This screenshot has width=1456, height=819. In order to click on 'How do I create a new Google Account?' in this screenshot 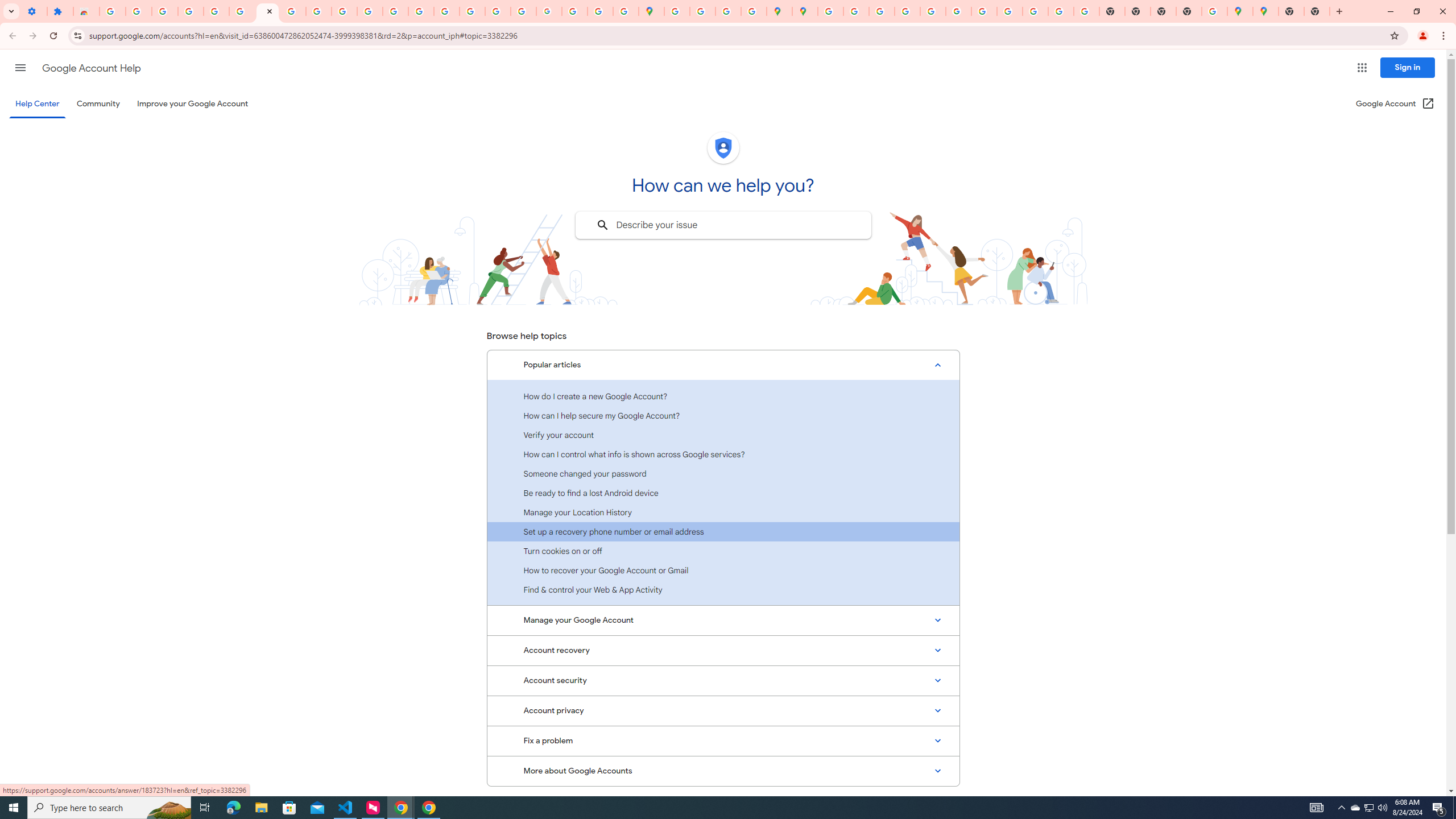, I will do `click(723, 396)`.